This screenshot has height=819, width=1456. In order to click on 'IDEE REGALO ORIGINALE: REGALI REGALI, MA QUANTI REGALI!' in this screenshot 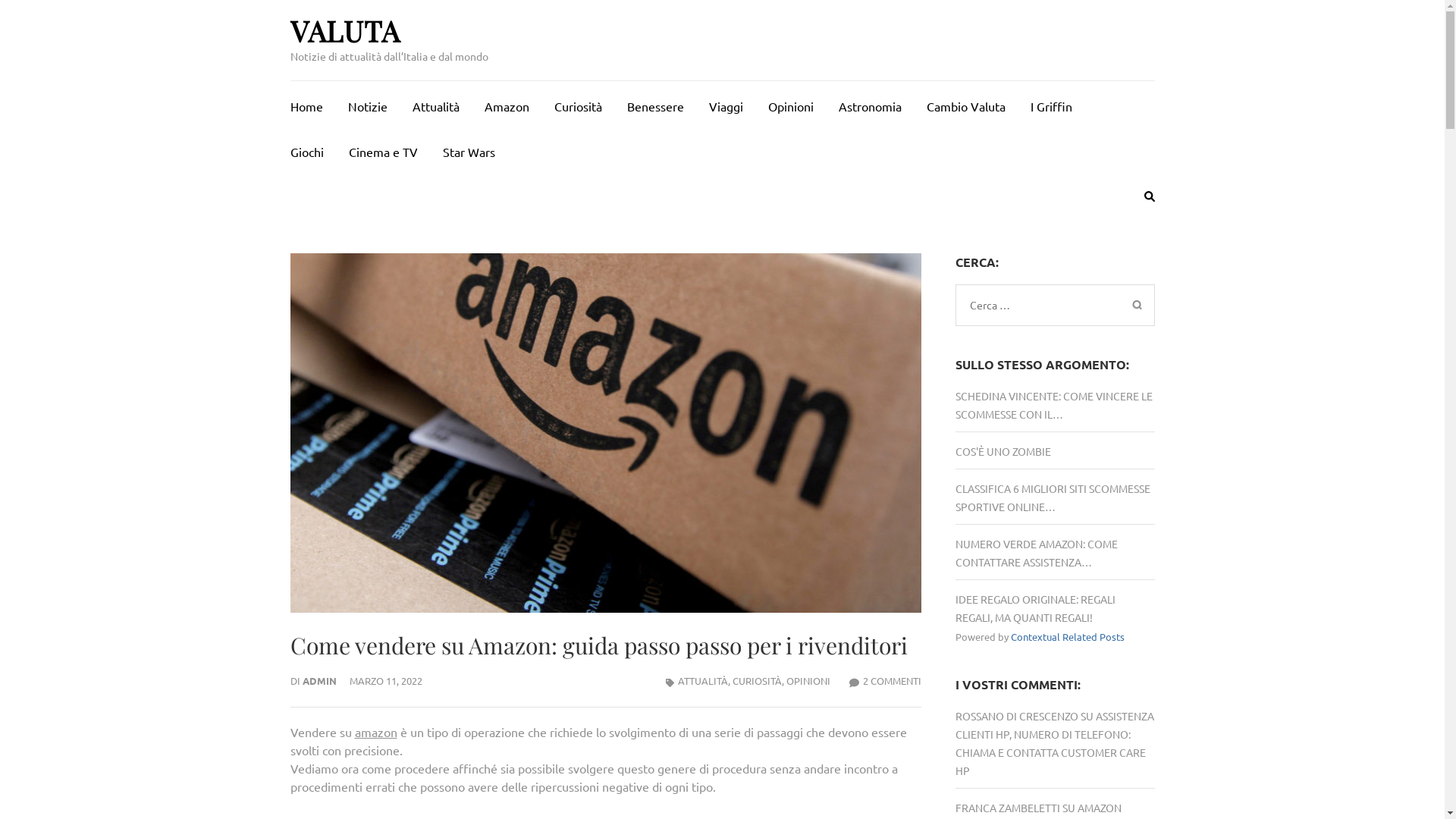, I will do `click(954, 607)`.